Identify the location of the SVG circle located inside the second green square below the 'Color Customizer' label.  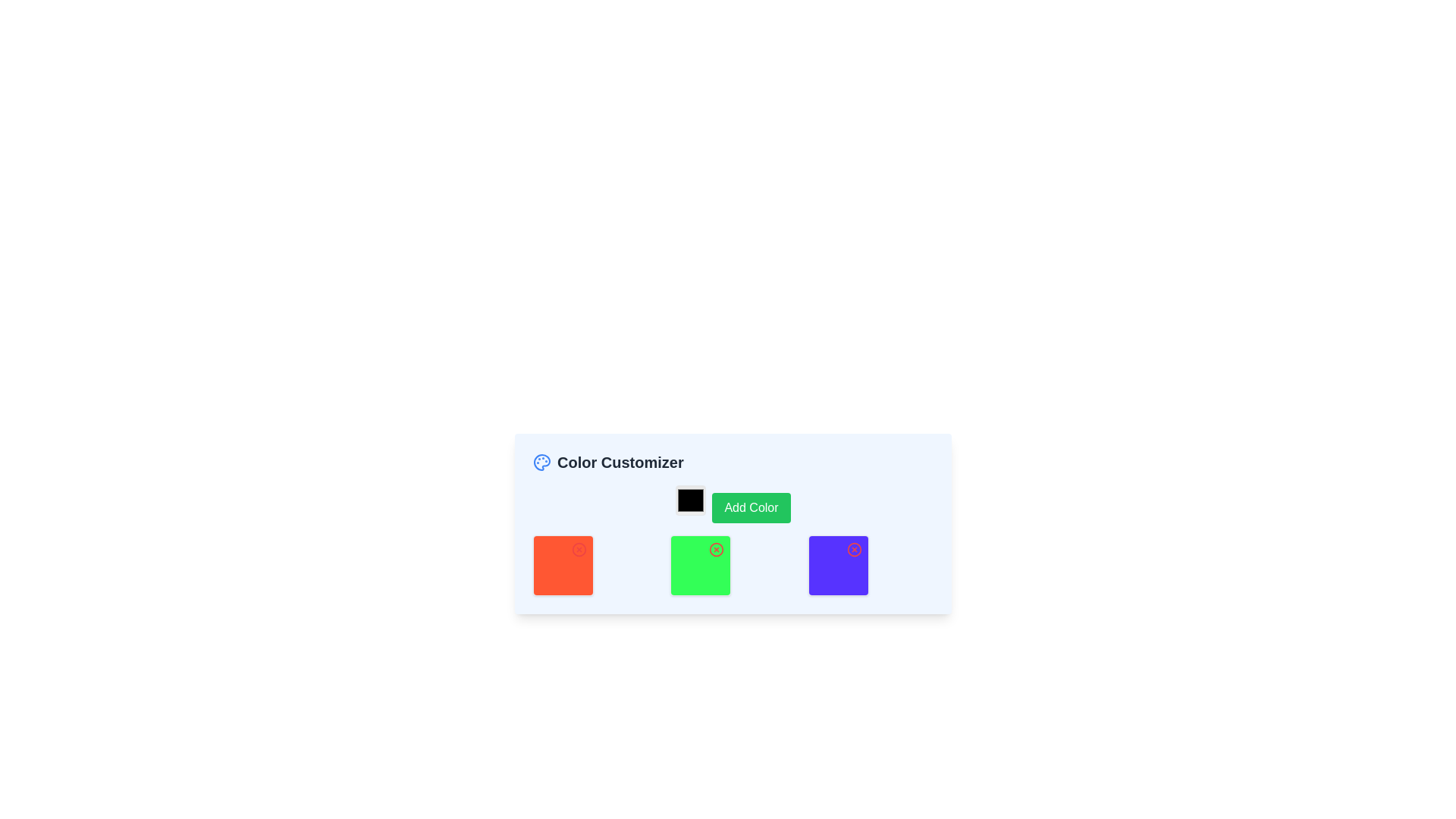
(716, 550).